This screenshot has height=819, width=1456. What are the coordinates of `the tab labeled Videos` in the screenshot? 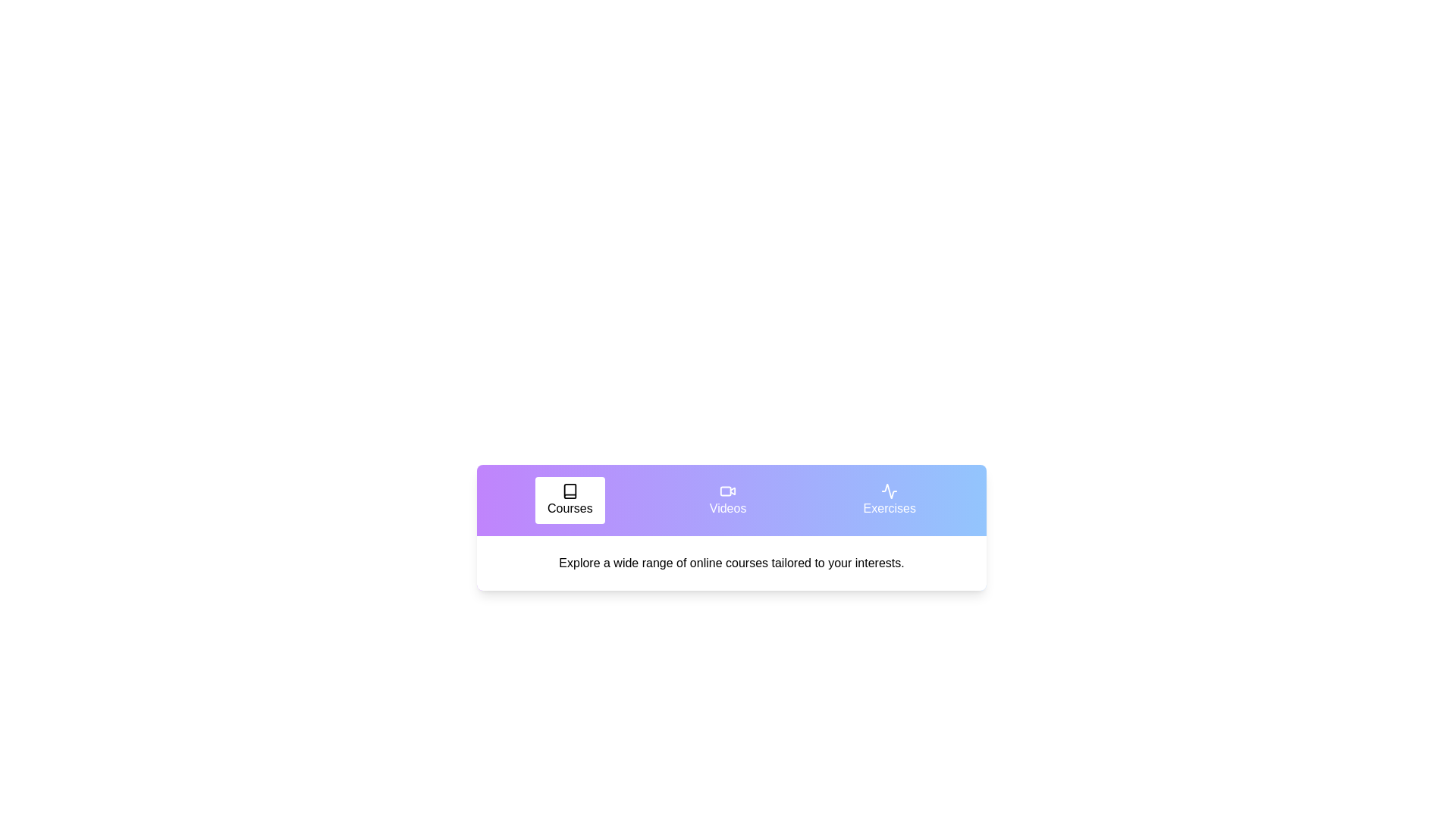 It's located at (728, 500).